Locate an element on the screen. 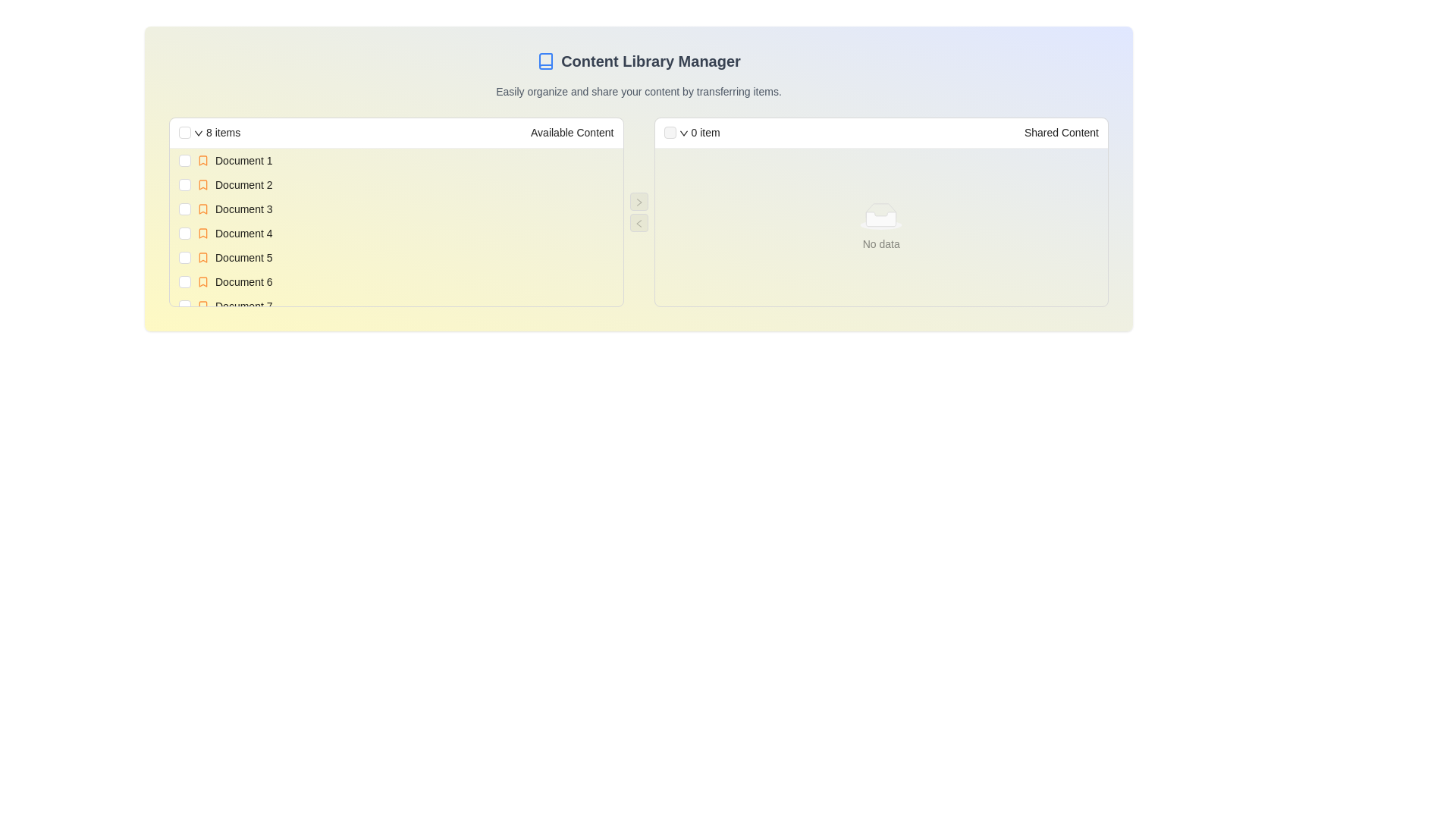 The width and height of the screenshot is (1456, 819). the checkbox located next to the label text 'Document 2' is located at coordinates (184, 184).